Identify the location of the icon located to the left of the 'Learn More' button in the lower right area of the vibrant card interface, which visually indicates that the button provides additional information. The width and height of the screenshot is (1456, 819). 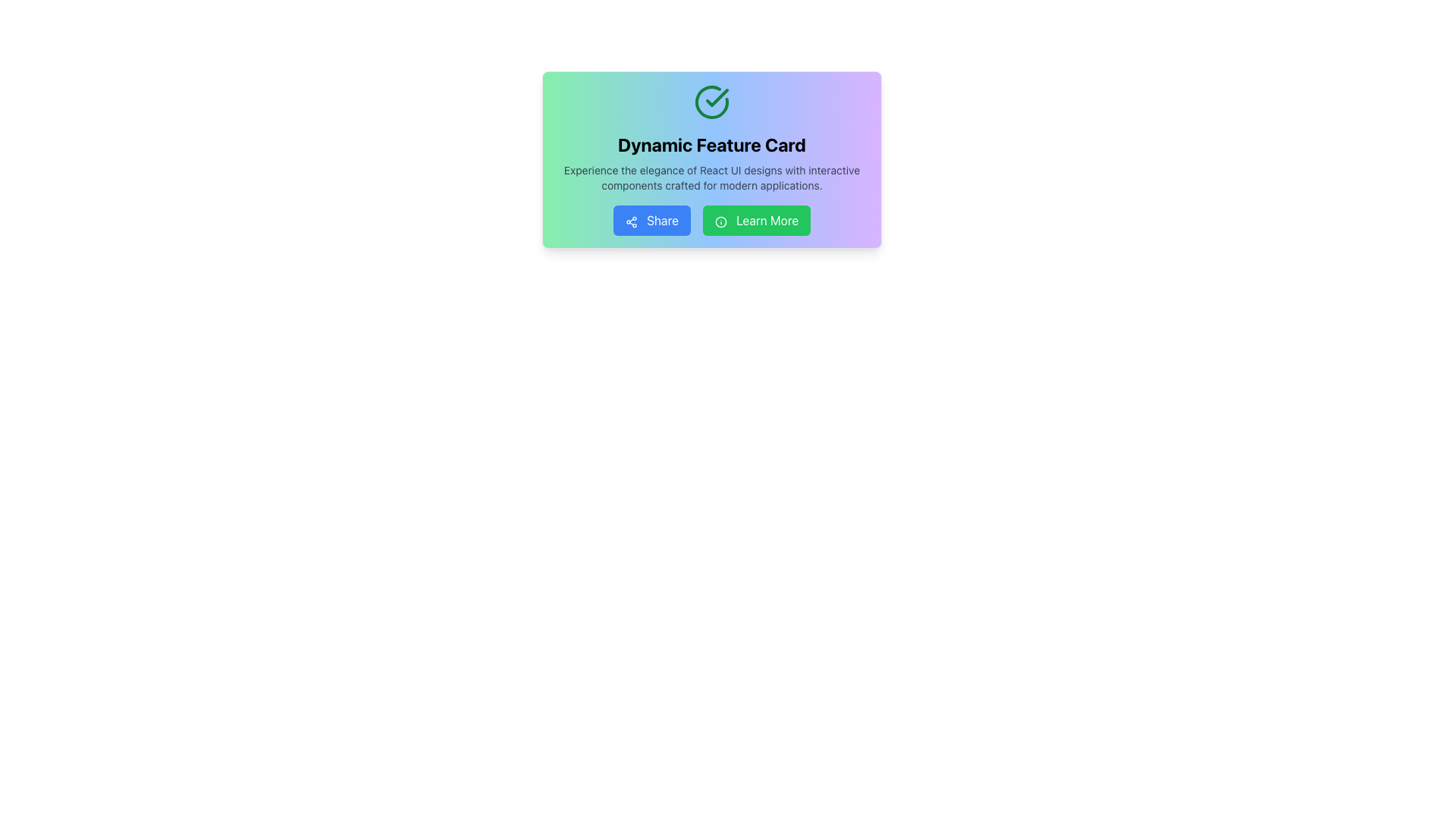
(720, 221).